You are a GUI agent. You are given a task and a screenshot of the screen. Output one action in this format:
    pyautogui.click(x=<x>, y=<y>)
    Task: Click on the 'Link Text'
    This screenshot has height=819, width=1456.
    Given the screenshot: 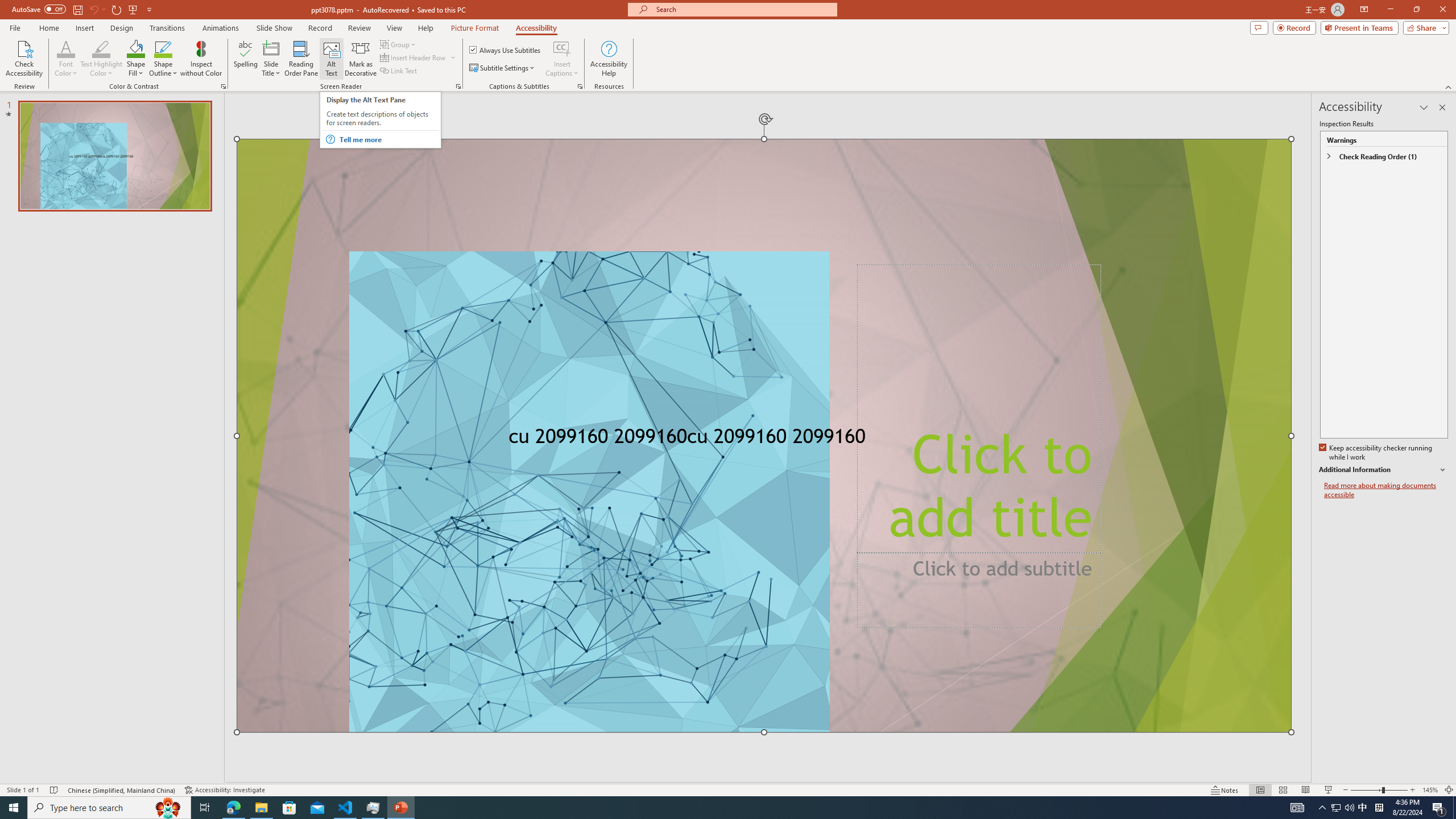 What is the action you would take?
    pyautogui.click(x=399, y=69)
    